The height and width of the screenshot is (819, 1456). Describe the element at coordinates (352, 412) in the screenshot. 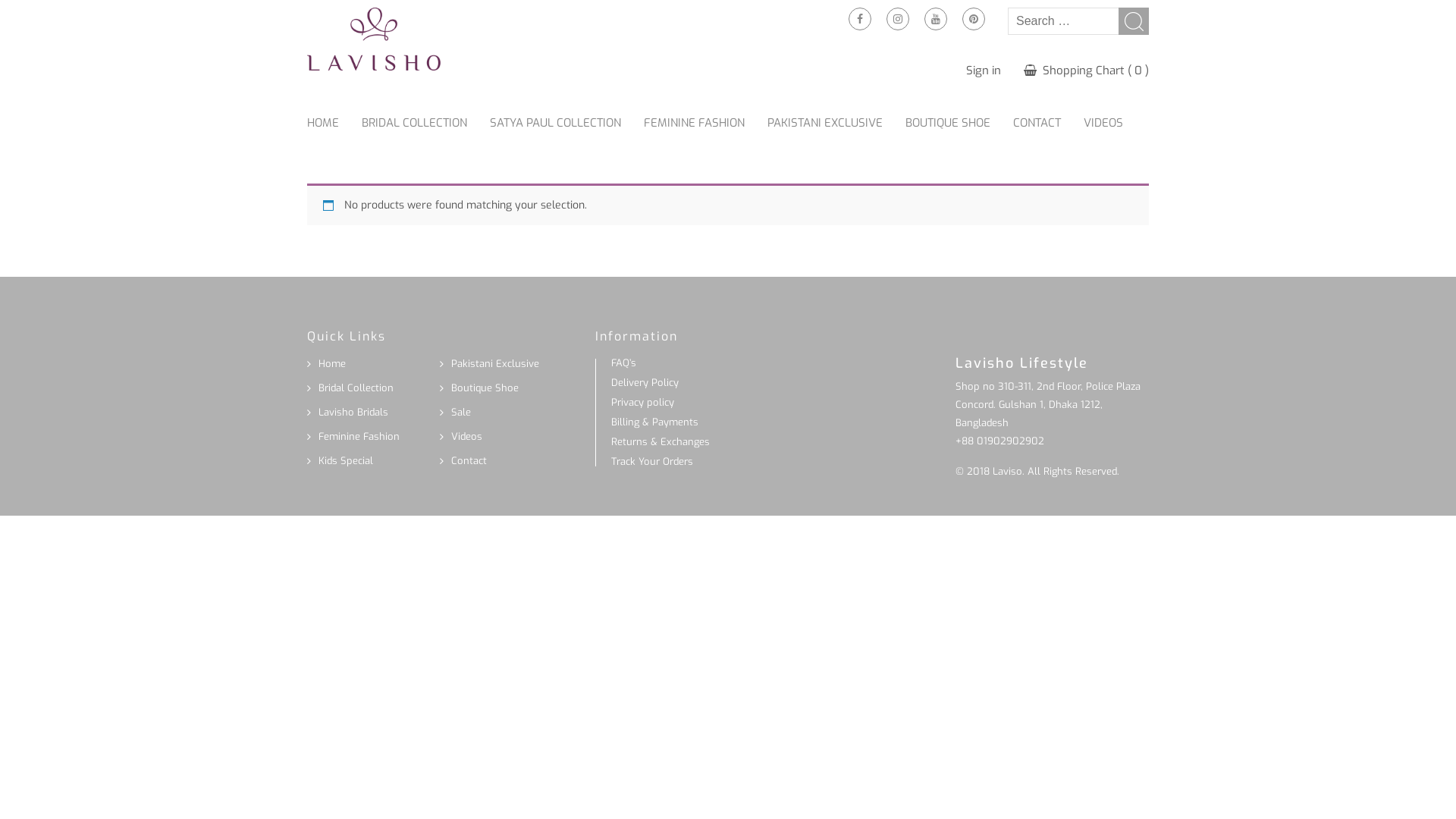

I see `'Lavisho Bridals'` at that location.